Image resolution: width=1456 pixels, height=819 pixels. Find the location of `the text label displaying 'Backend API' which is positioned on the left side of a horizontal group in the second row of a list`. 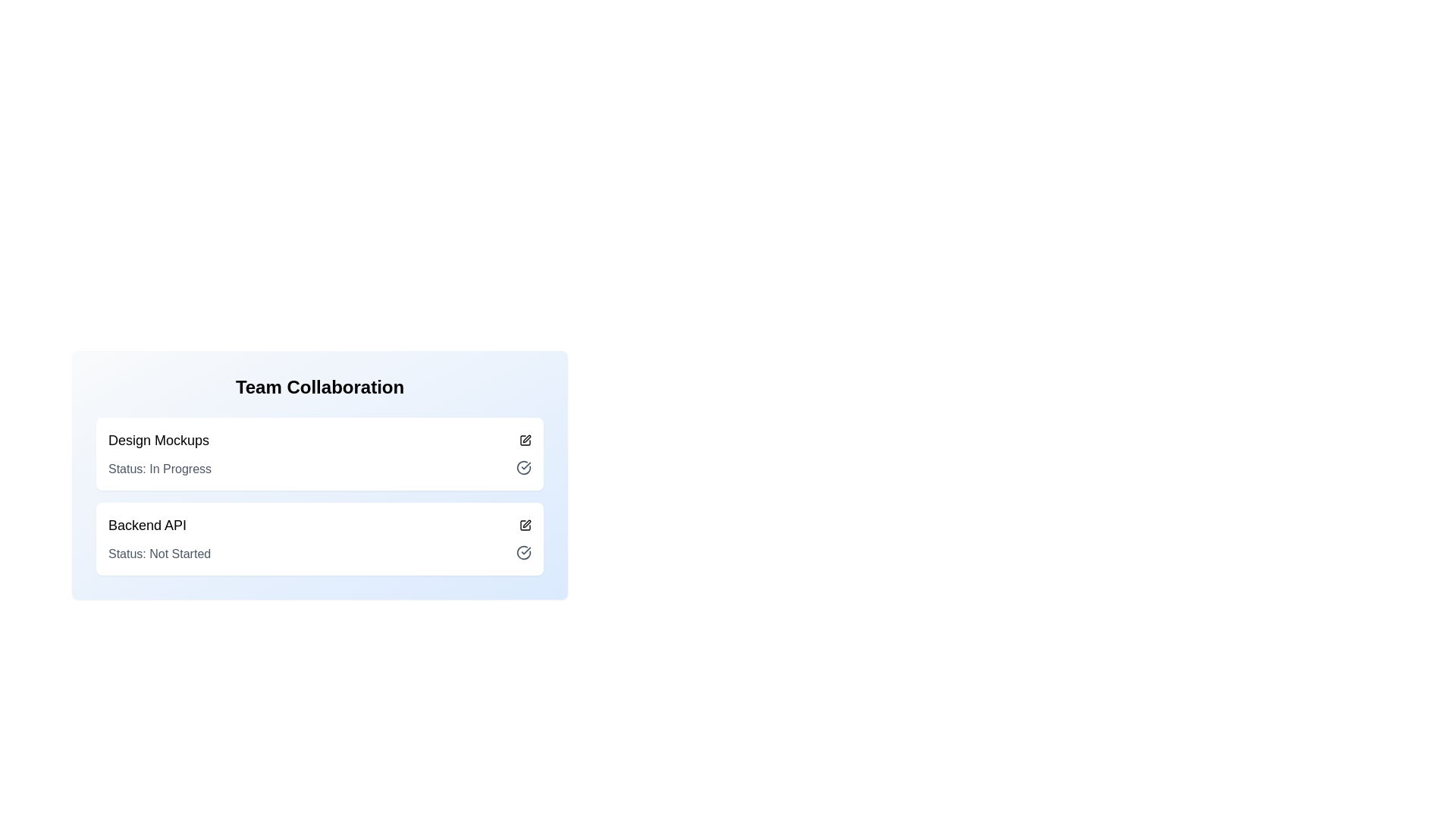

the text label displaying 'Backend API' which is positioned on the left side of a horizontal group in the second row of a list is located at coordinates (147, 525).